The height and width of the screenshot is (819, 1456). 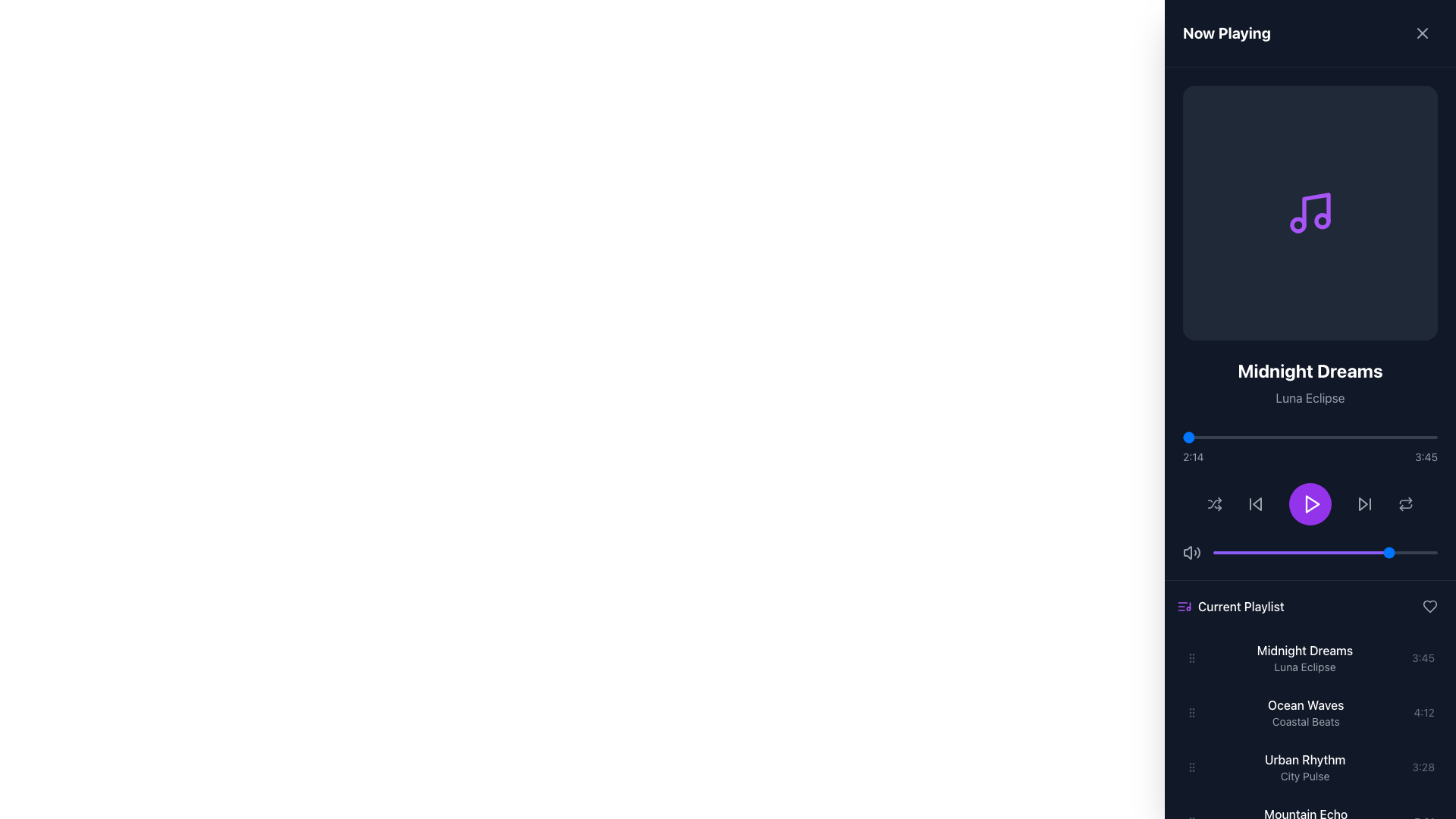 I want to click on the playback progress, so click(x=1316, y=438).